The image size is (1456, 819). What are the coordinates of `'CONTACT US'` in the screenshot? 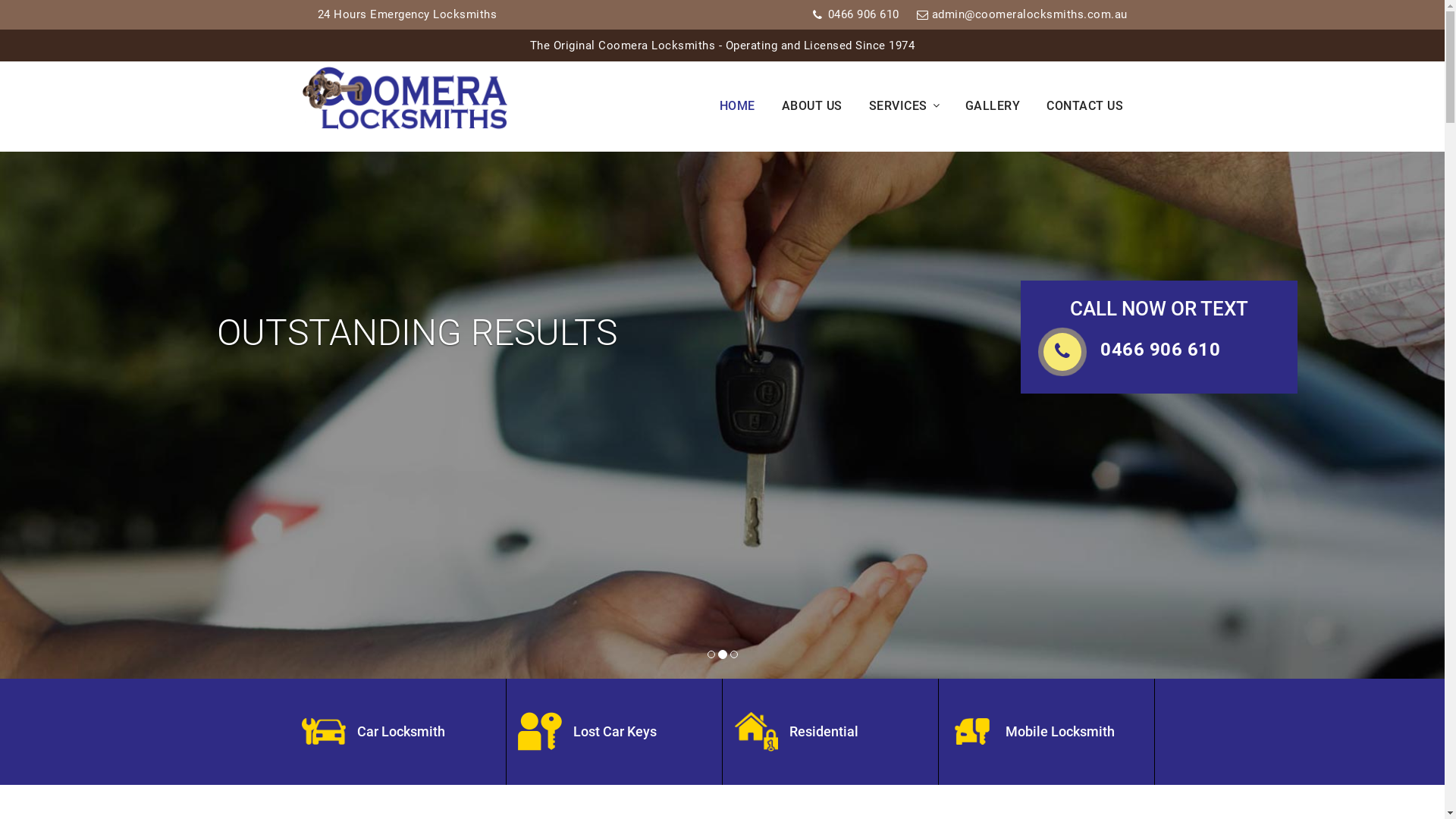 It's located at (1094, 105).